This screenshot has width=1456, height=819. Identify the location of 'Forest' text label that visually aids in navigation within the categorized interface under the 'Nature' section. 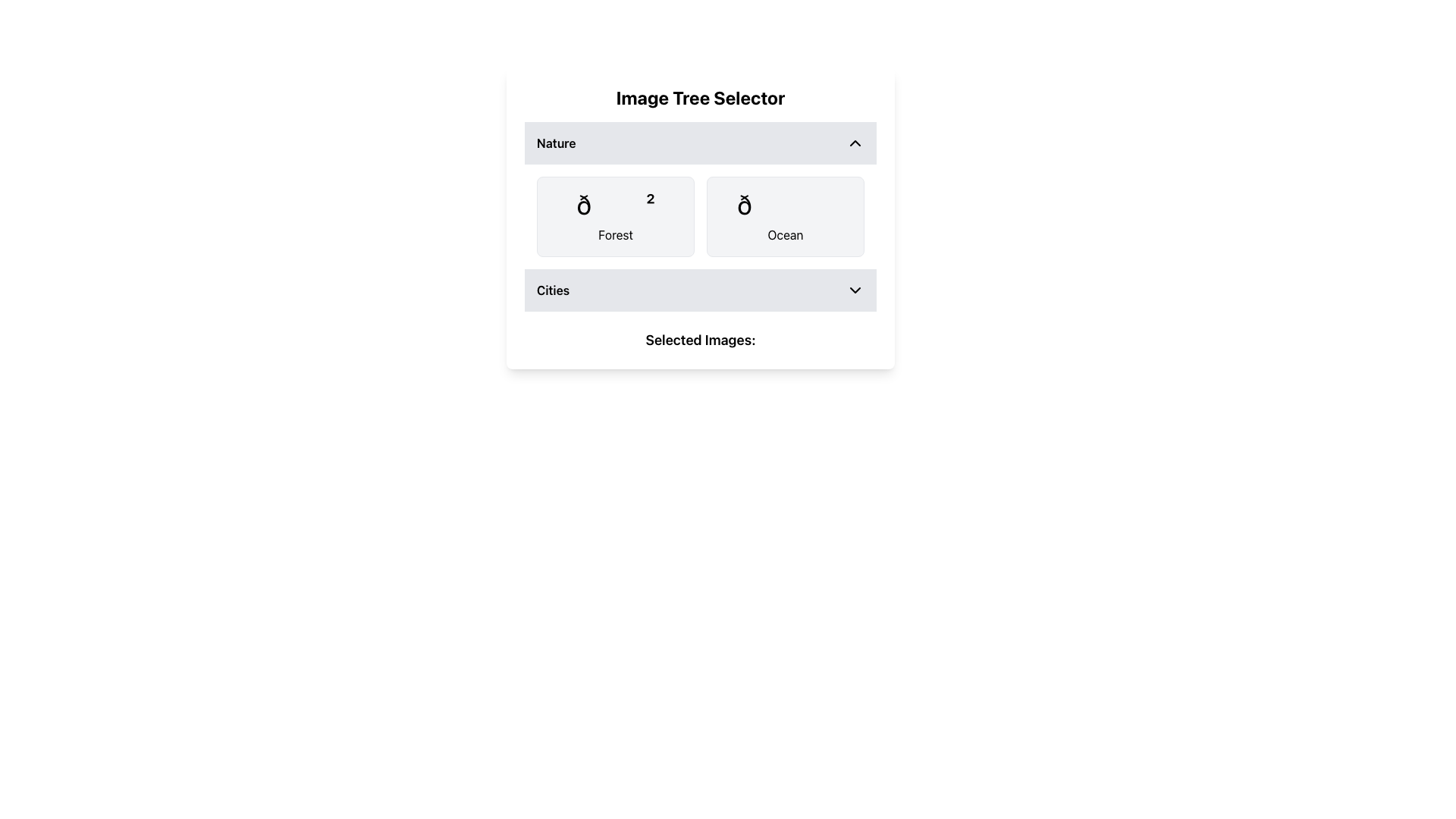
(615, 234).